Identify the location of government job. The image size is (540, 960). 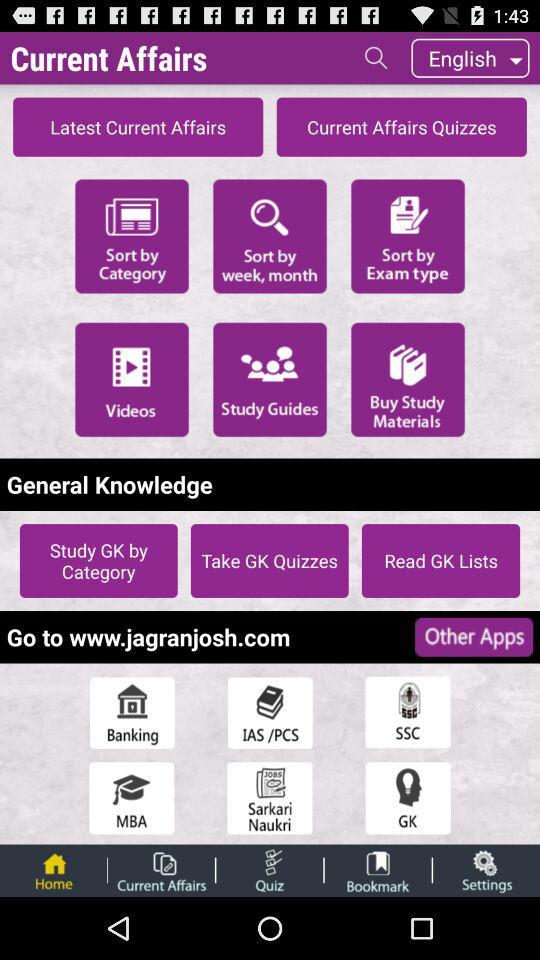
(270, 798).